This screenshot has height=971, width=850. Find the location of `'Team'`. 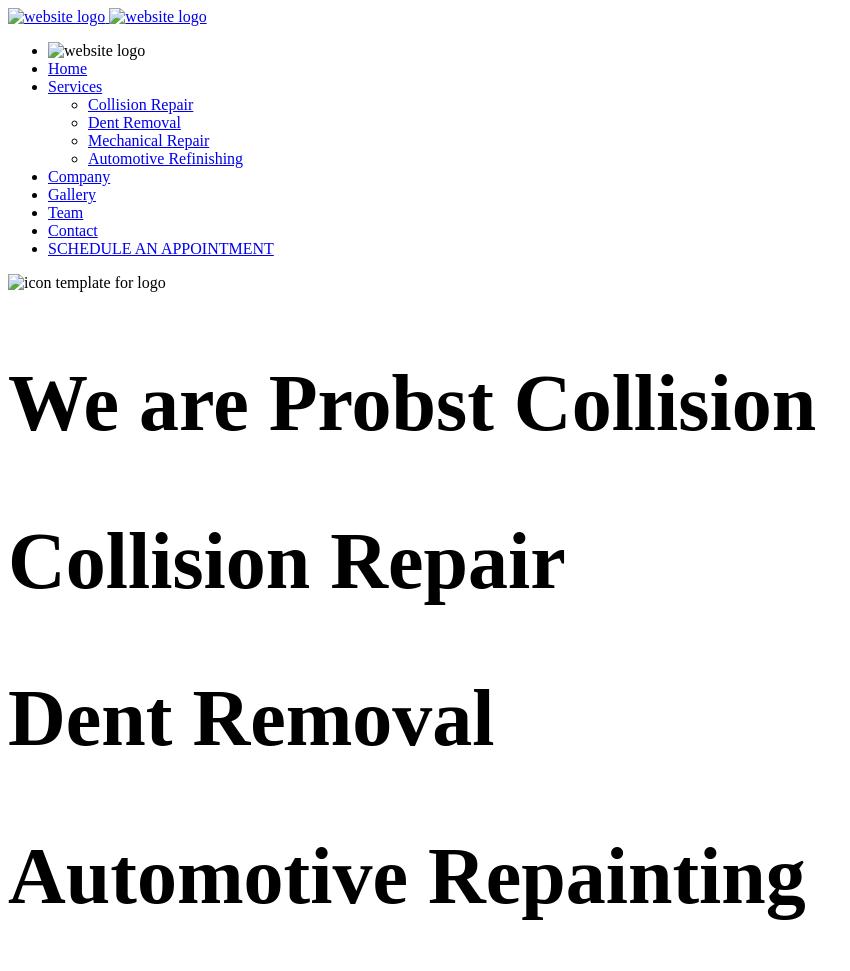

'Team' is located at coordinates (48, 211).